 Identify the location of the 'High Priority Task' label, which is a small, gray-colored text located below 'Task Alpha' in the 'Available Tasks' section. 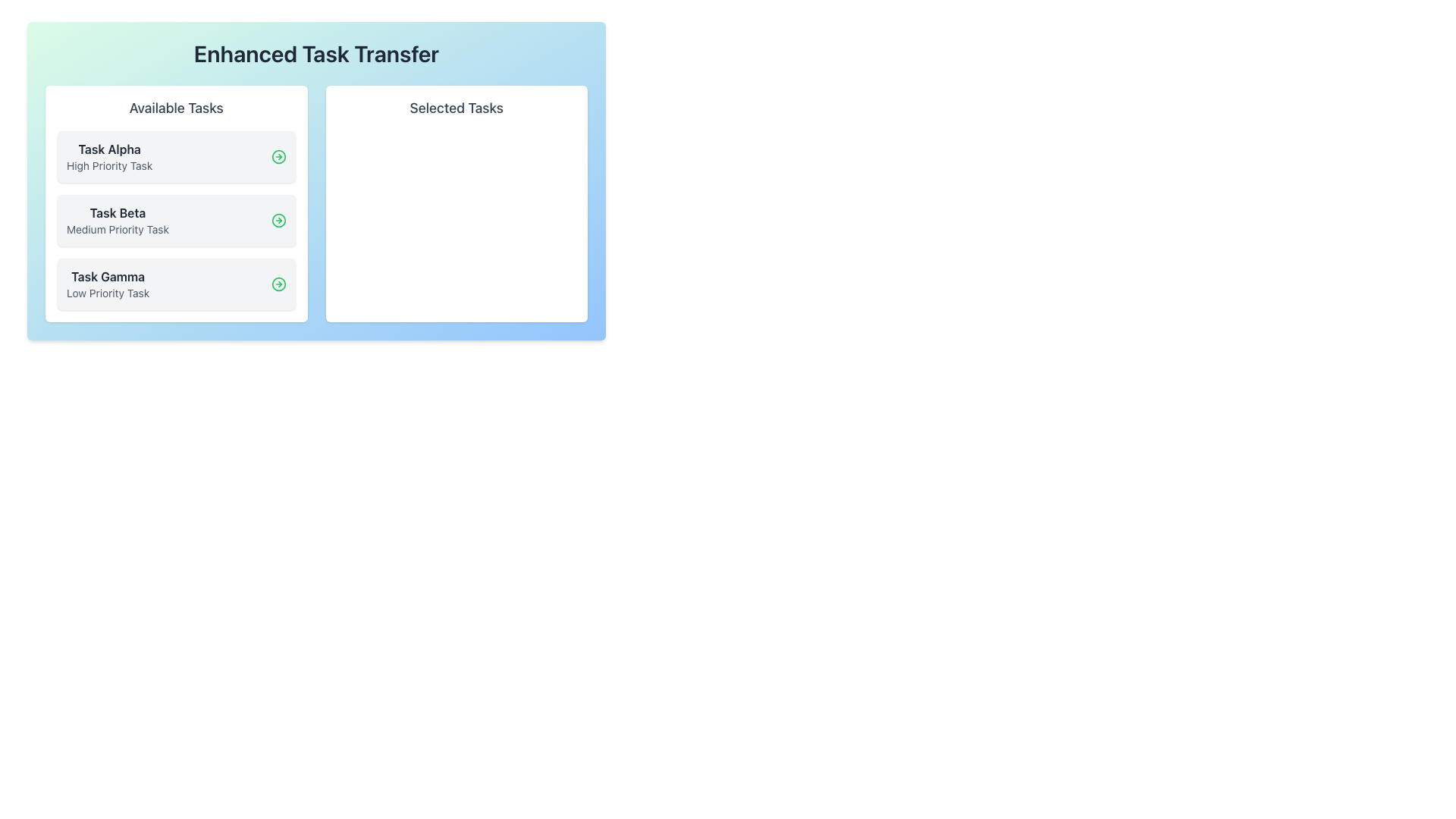
(108, 166).